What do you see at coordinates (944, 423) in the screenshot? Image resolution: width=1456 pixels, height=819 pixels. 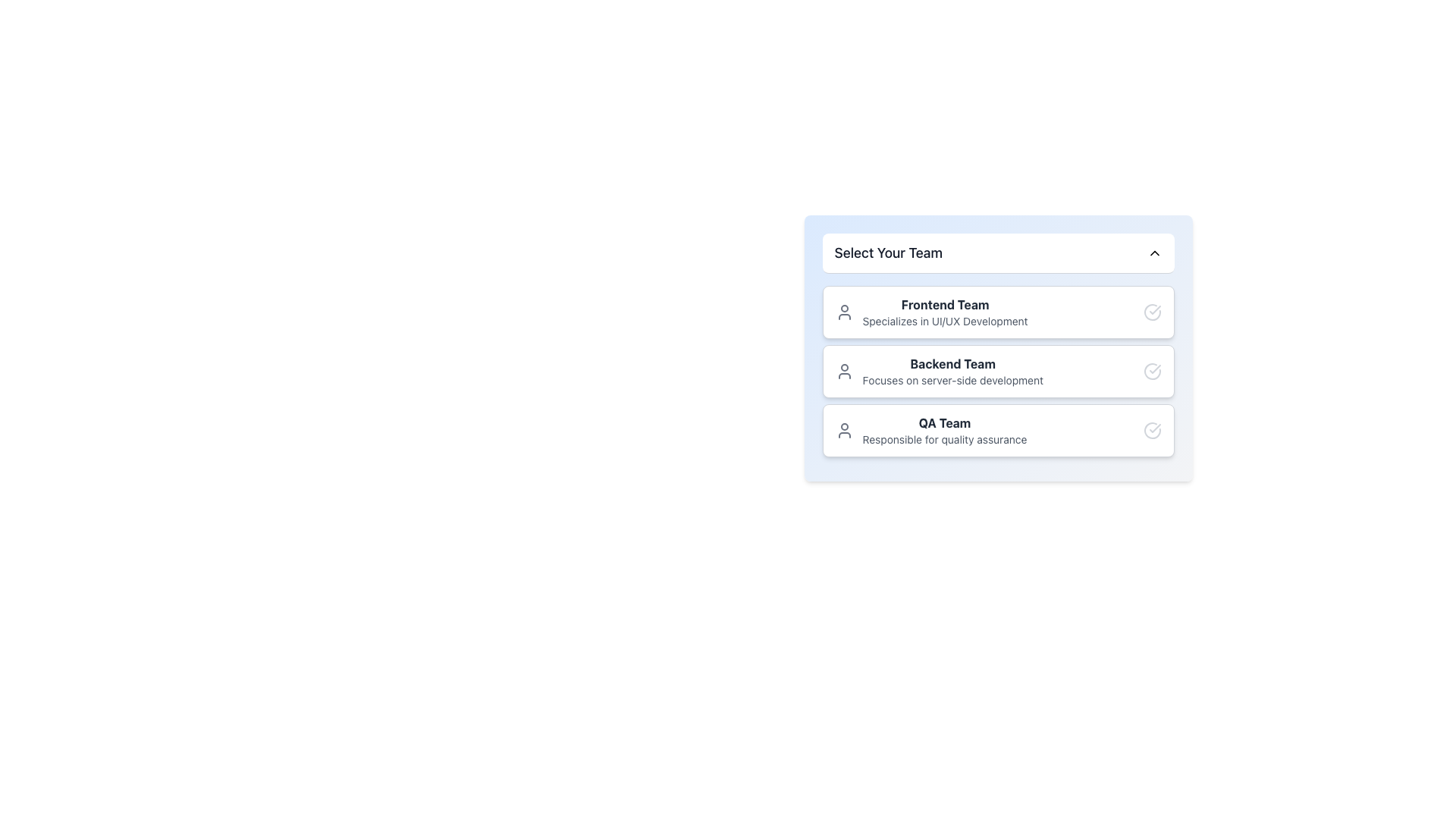 I see `the text label identifying the QA Team, which is prominently displayed as the header text within the third card in a vertical list of team representations` at bounding box center [944, 423].